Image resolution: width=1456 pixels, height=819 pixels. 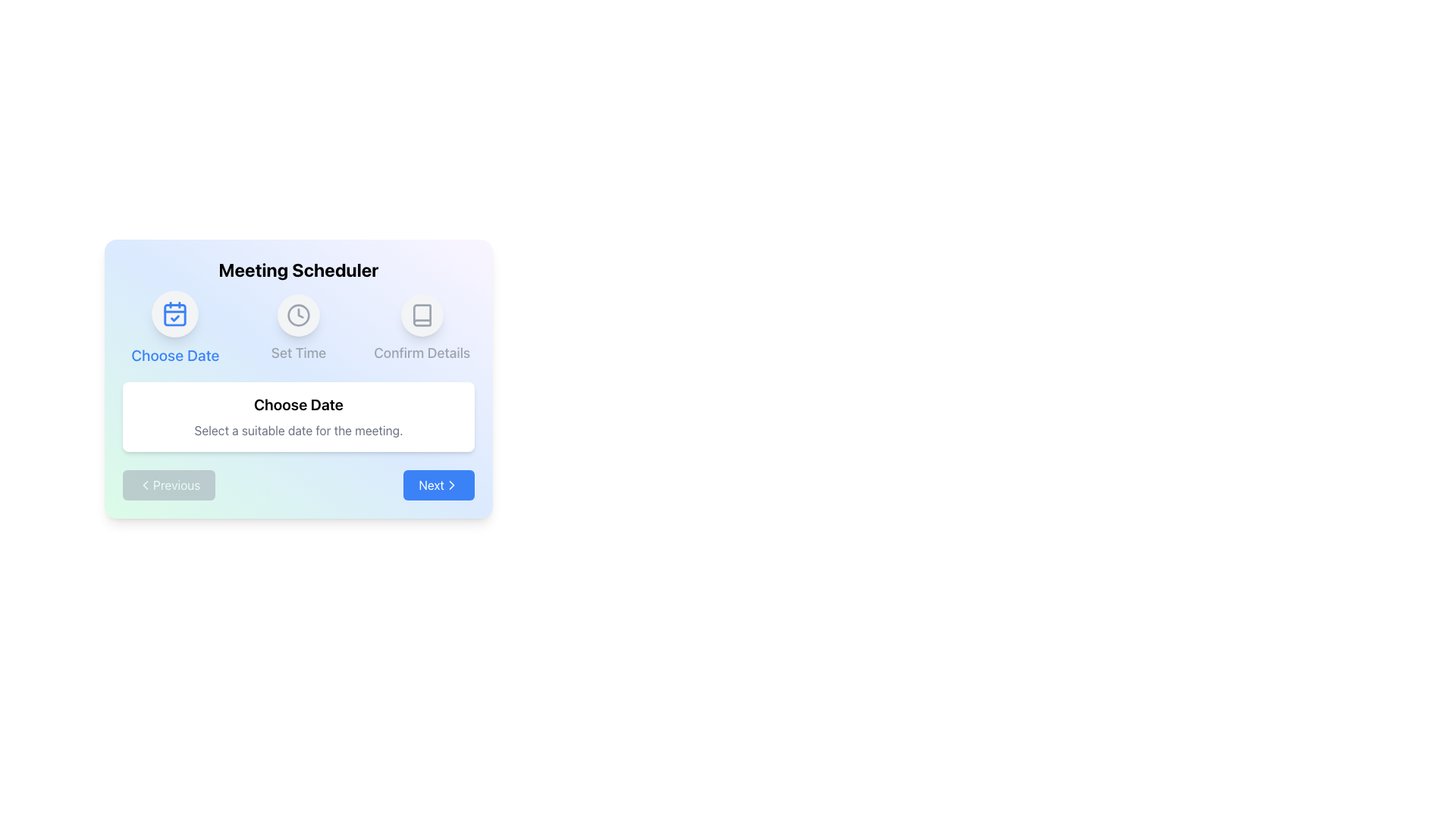 I want to click on the calendar icon with a checkmark, which is the first icon in the 'Meeting Scheduler' panel, so click(x=175, y=313).